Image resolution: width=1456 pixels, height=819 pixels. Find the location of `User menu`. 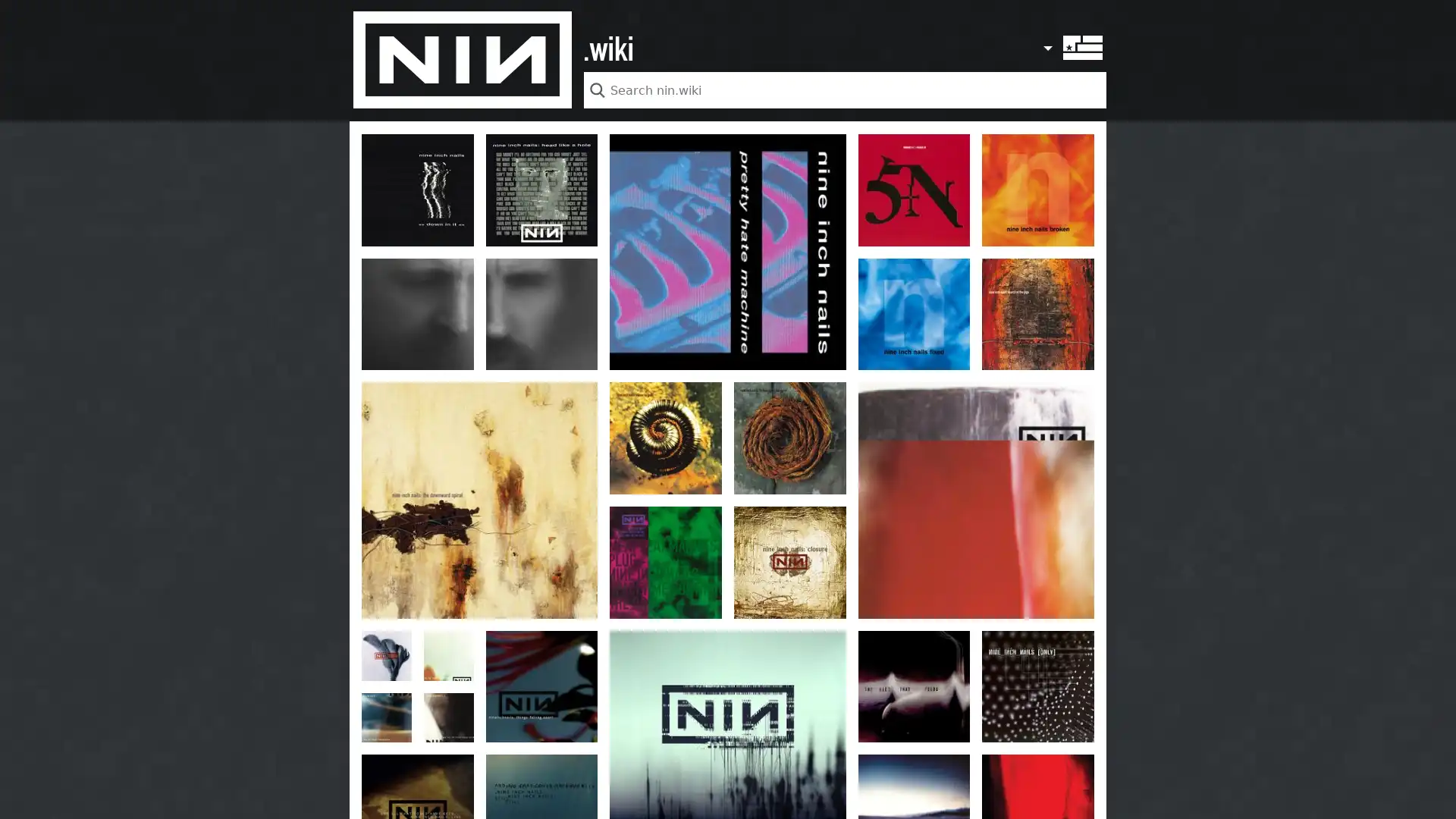

User menu is located at coordinates (1050, 39).